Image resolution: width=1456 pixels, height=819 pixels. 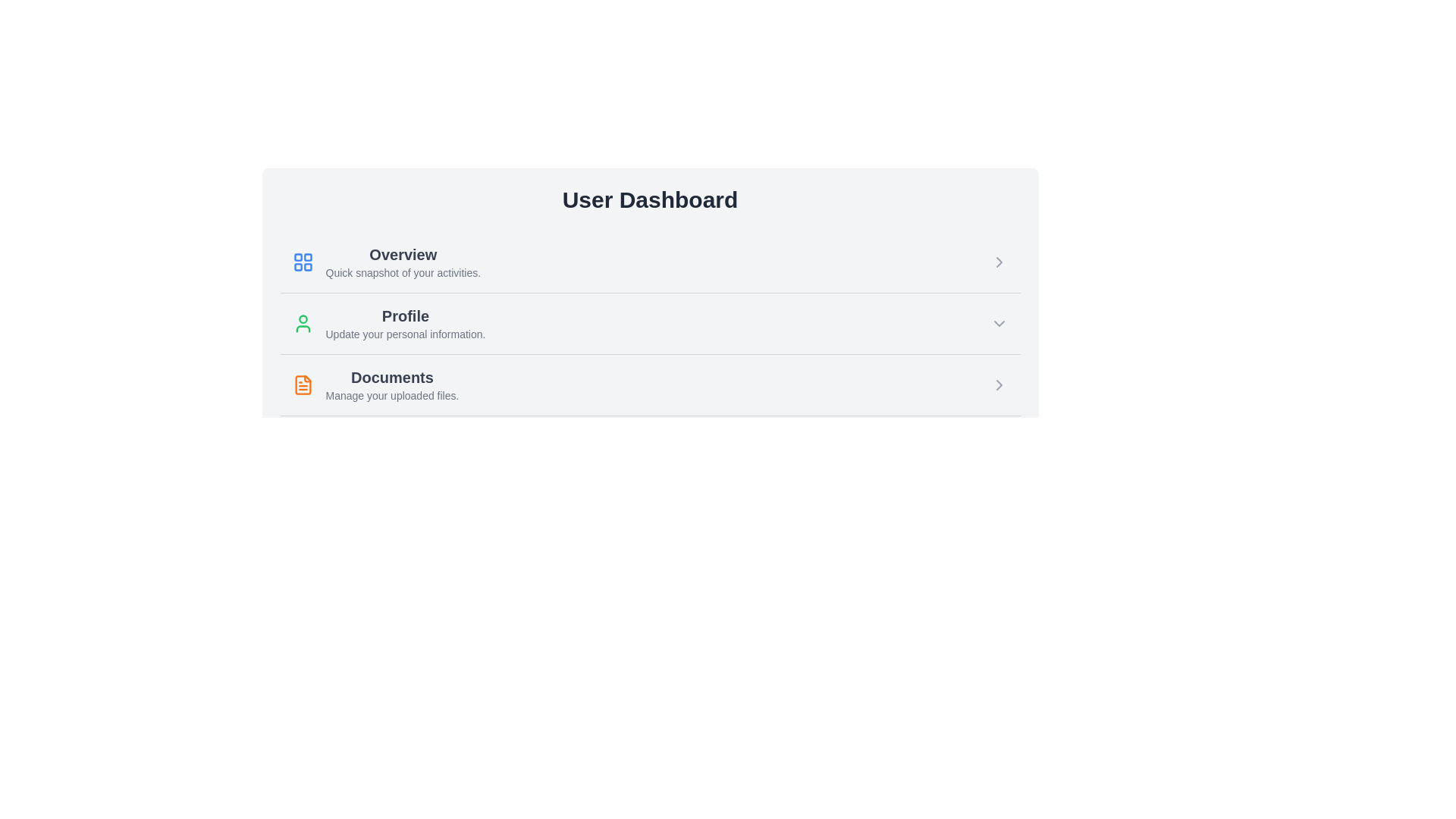 I want to click on text 'Profile' which is the prominent header of the section, followed by 'Update your personal information.' in the descriptive text below, so click(x=405, y=323).